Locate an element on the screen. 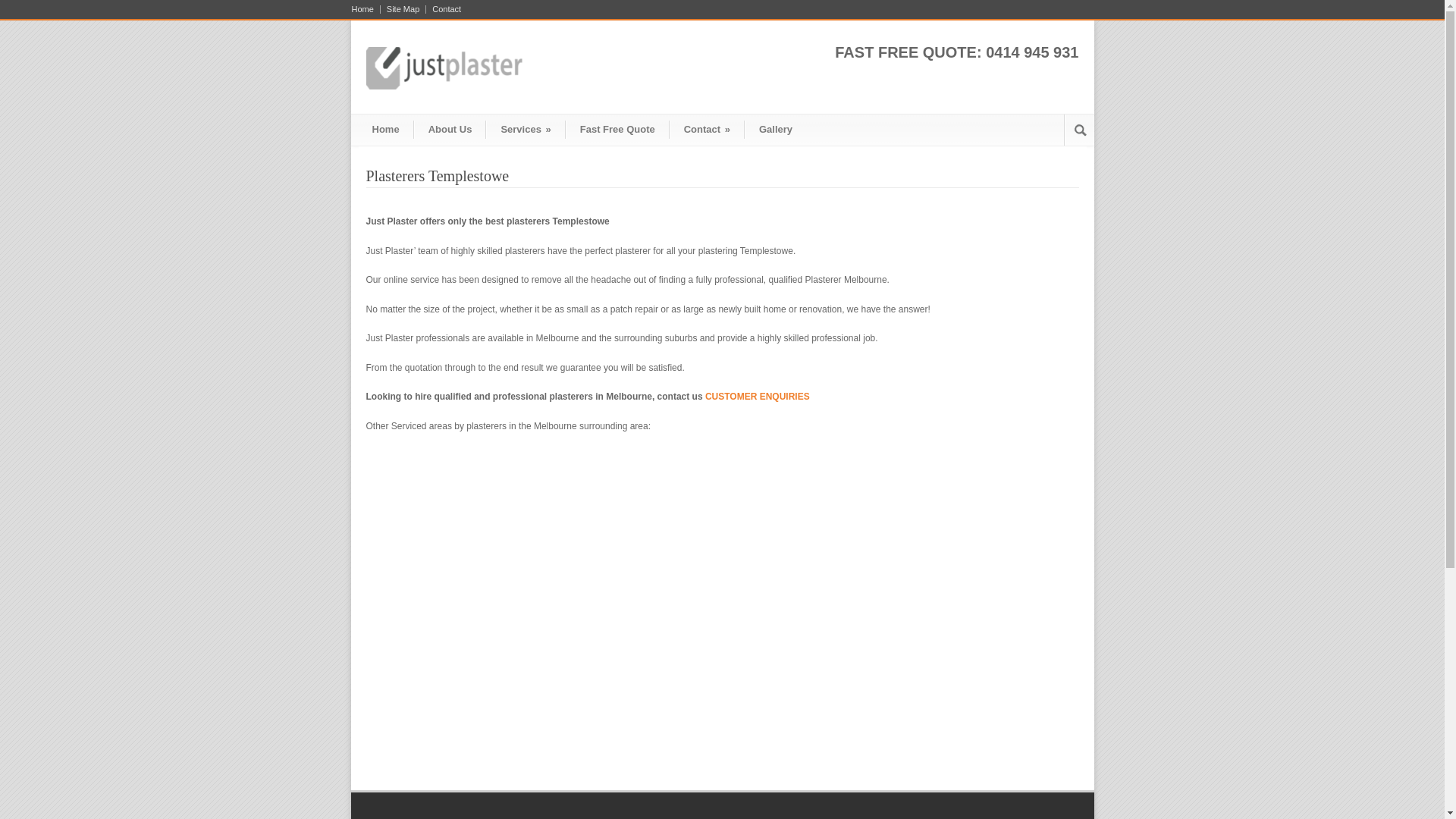  'Site Map' is located at coordinates (403, 9).